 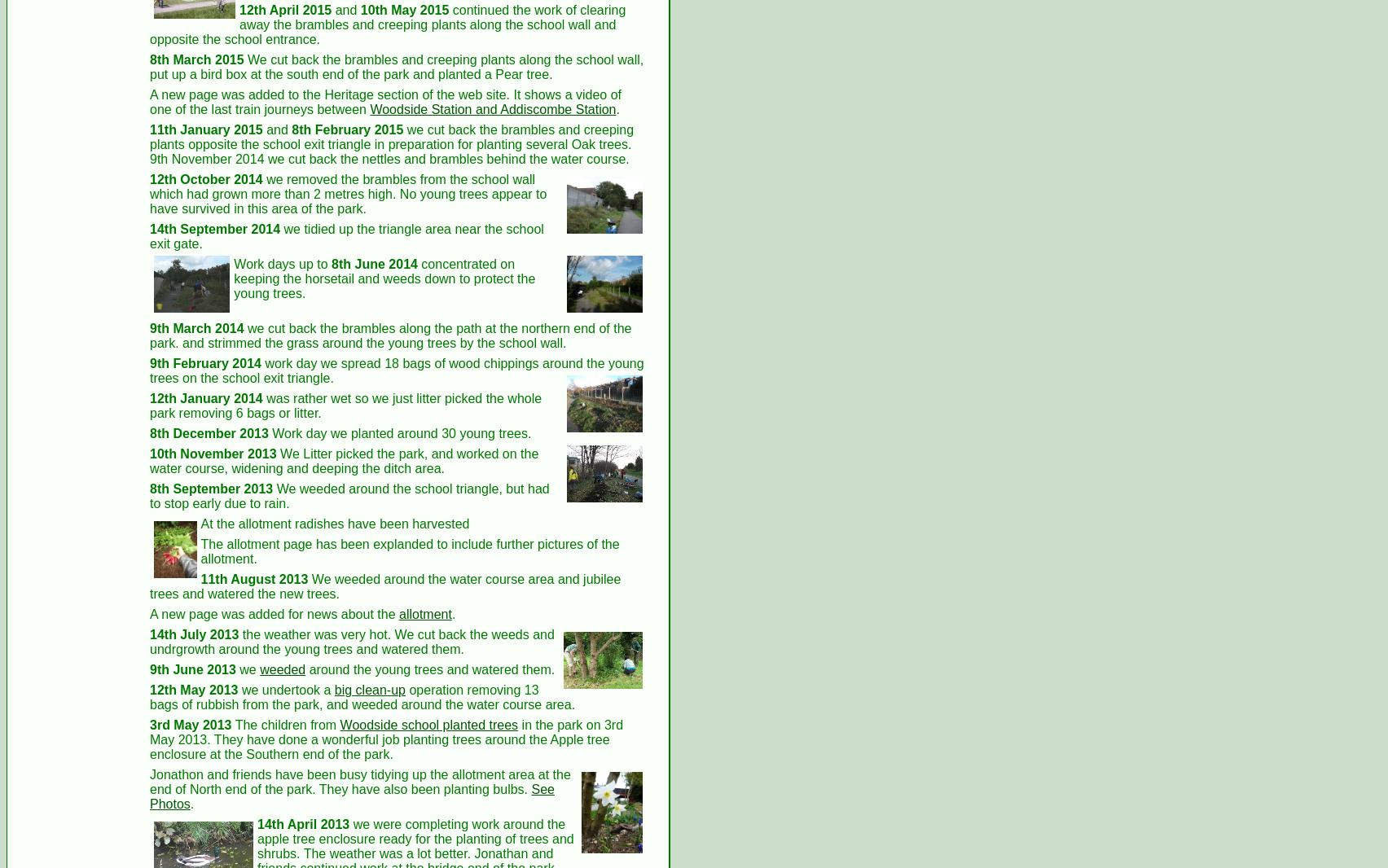 What do you see at coordinates (374, 264) in the screenshot?
I see `'8th June 2014'` at bounding box center [374, 264].